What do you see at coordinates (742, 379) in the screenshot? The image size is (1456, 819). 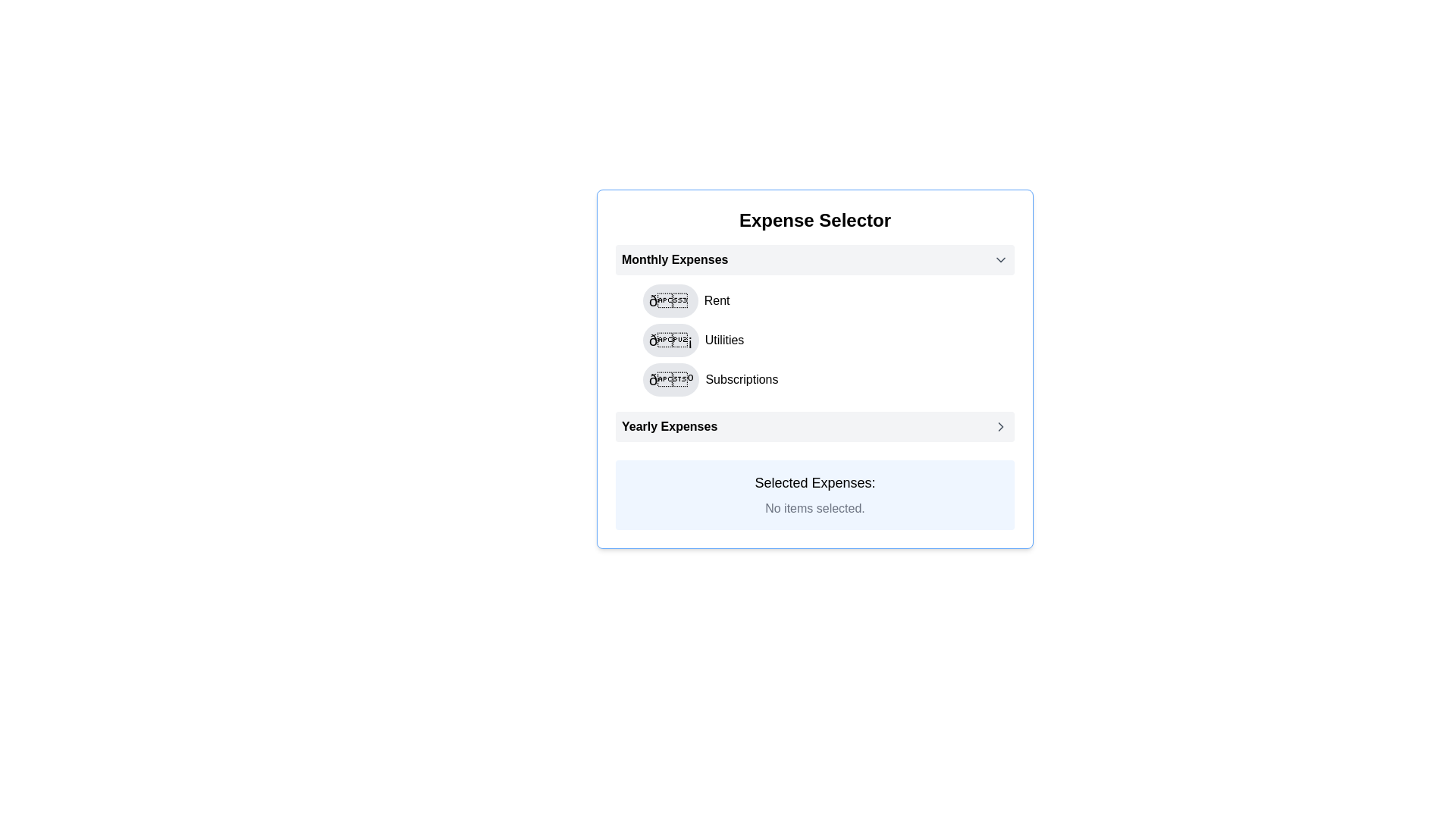 I see `the text label reading 'Subscriptions' which is styled in black text color and located in the 'Monthly Expenses' section, positioned after a decorative icon` at bounding box center [742, 379].